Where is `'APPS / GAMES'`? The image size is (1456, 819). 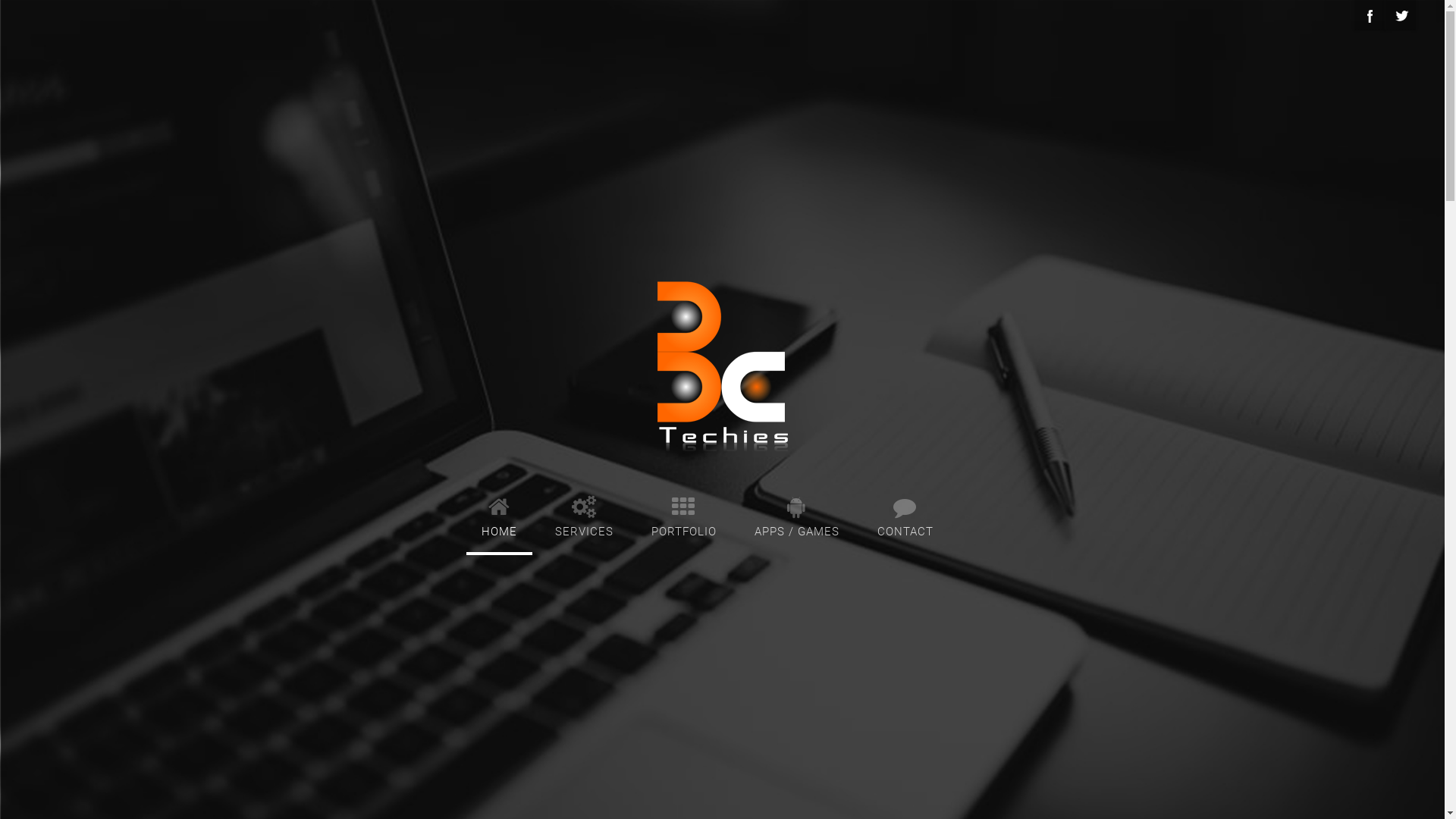
'APPS / GAMES' is located at coordinates (795, 513).